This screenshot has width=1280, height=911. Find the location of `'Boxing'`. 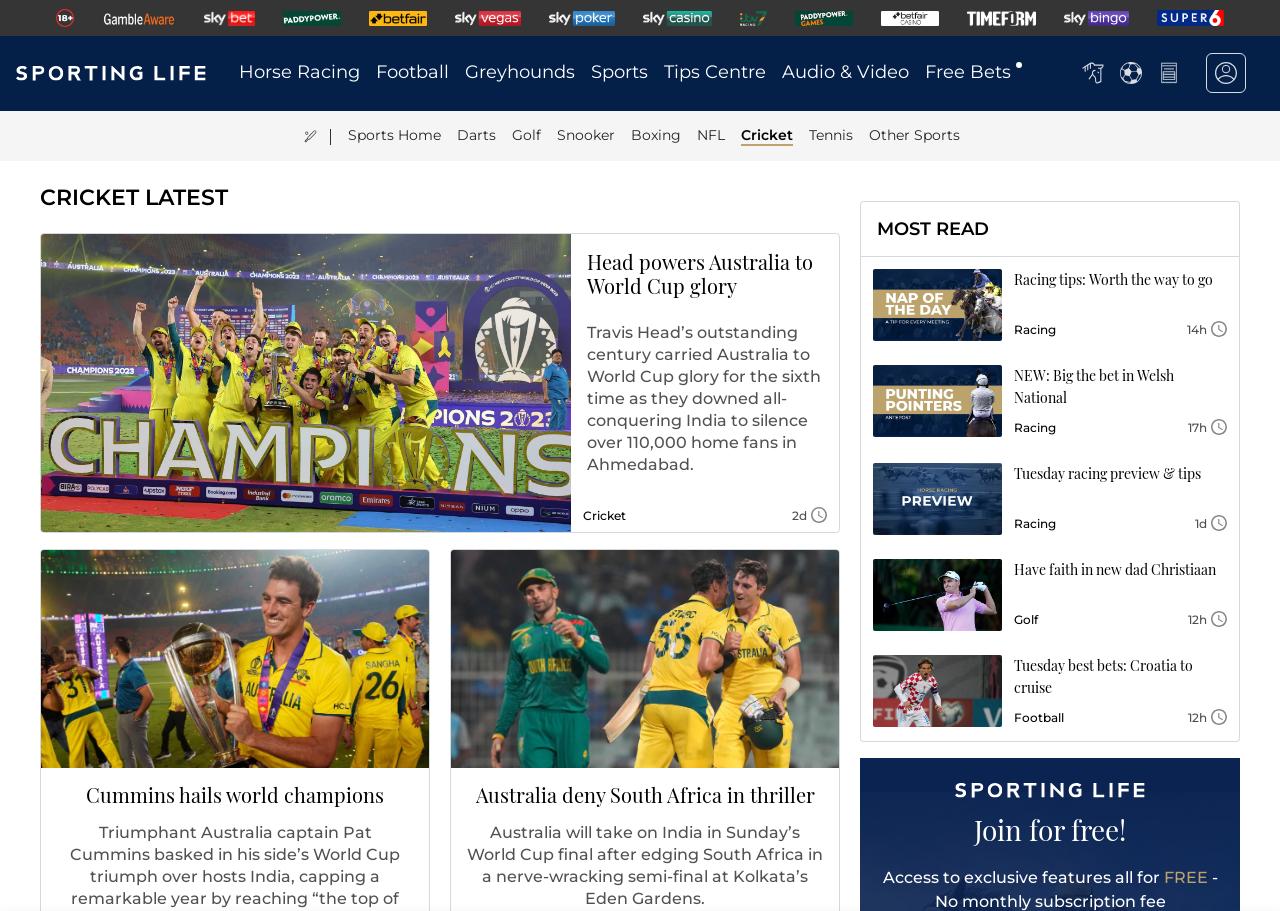

'Boxing' is located at coordinates (656, 134).